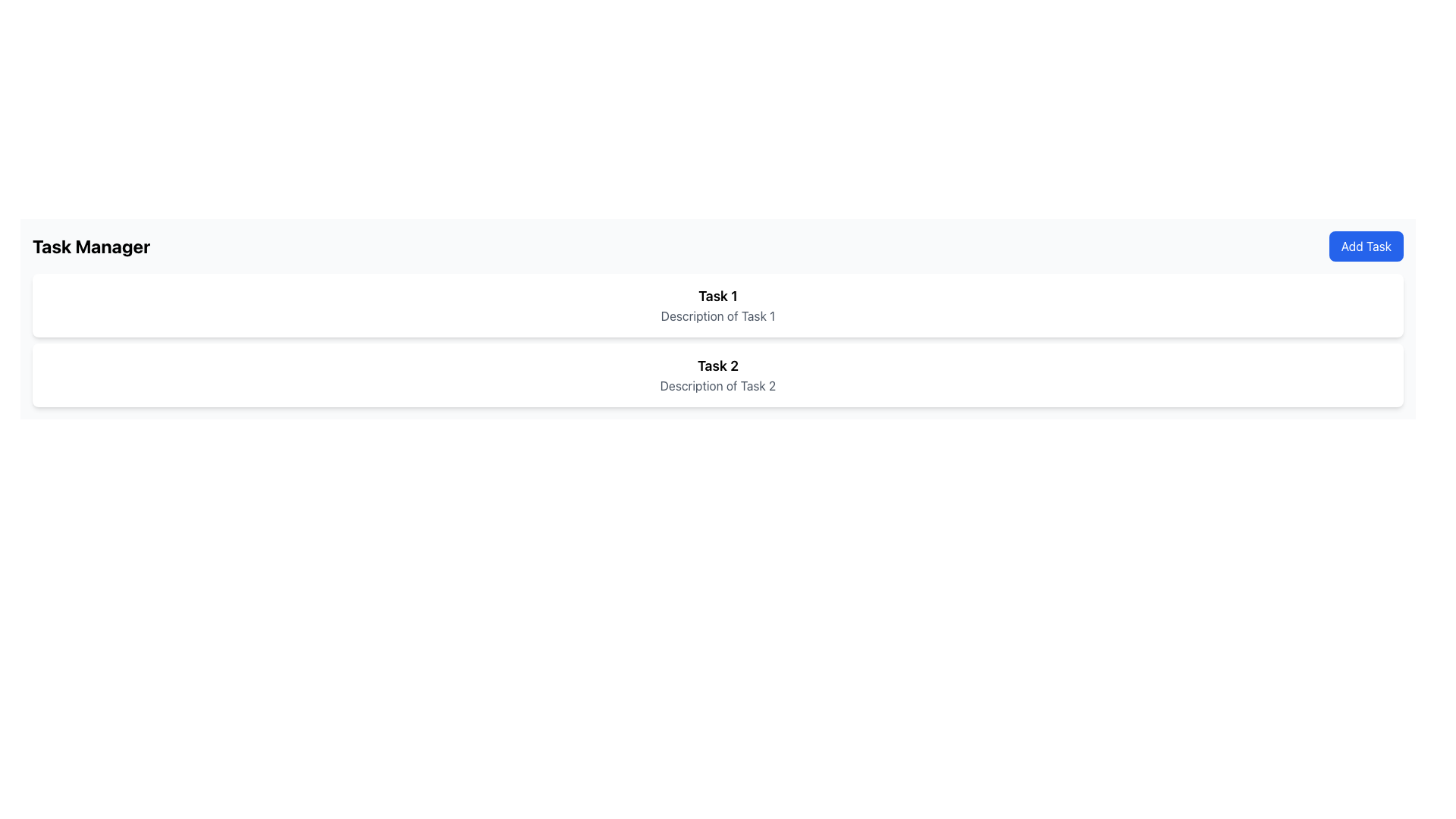 This screenshot has width=1456, height=819. What do you see at coordinates (717, 375) in the screenshot?
I see `the second task card in the task manager interface` at bounding box center [717, 375].